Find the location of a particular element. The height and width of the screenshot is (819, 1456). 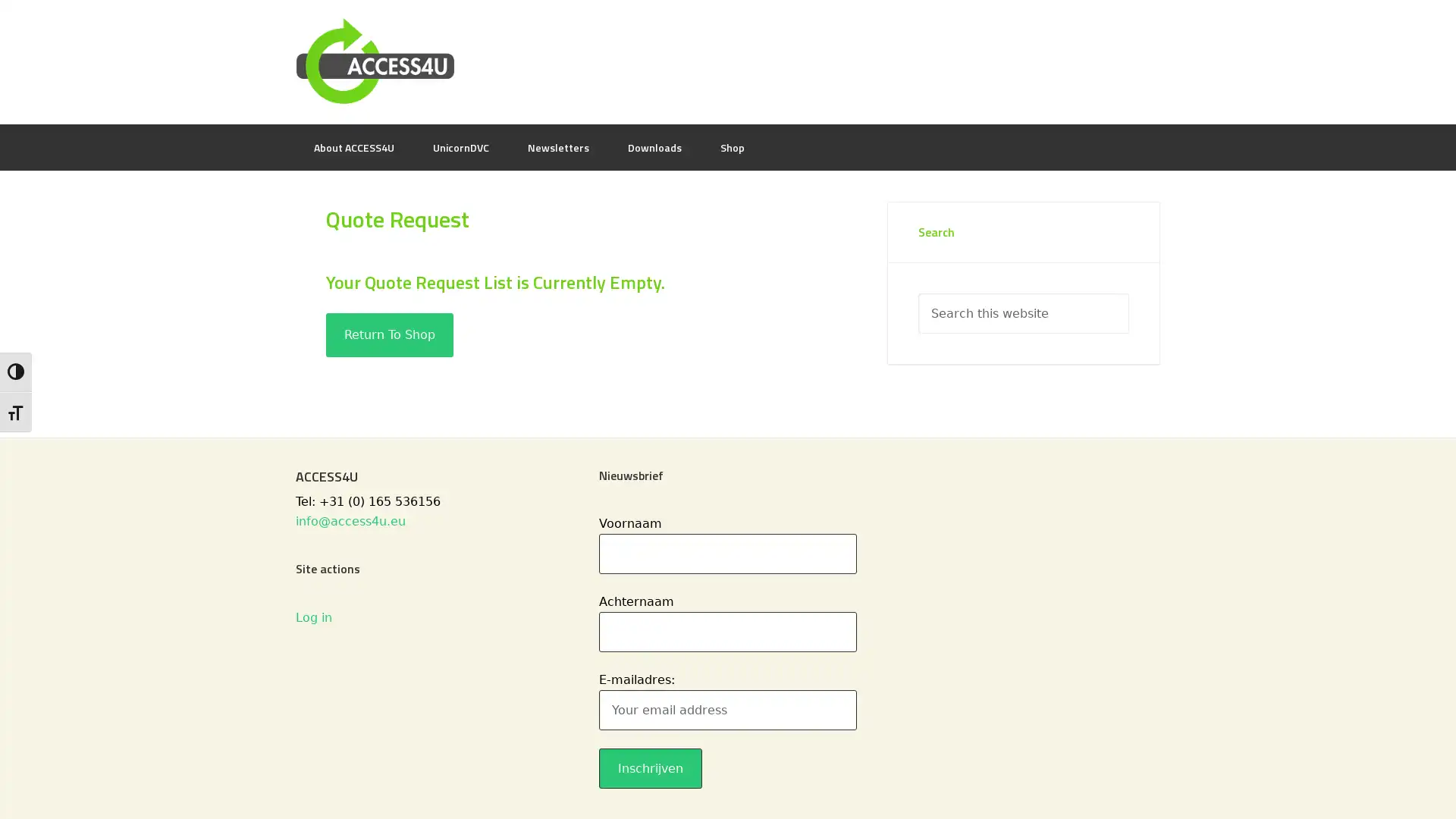

Inschrijven is located at coordinates (651, 767).